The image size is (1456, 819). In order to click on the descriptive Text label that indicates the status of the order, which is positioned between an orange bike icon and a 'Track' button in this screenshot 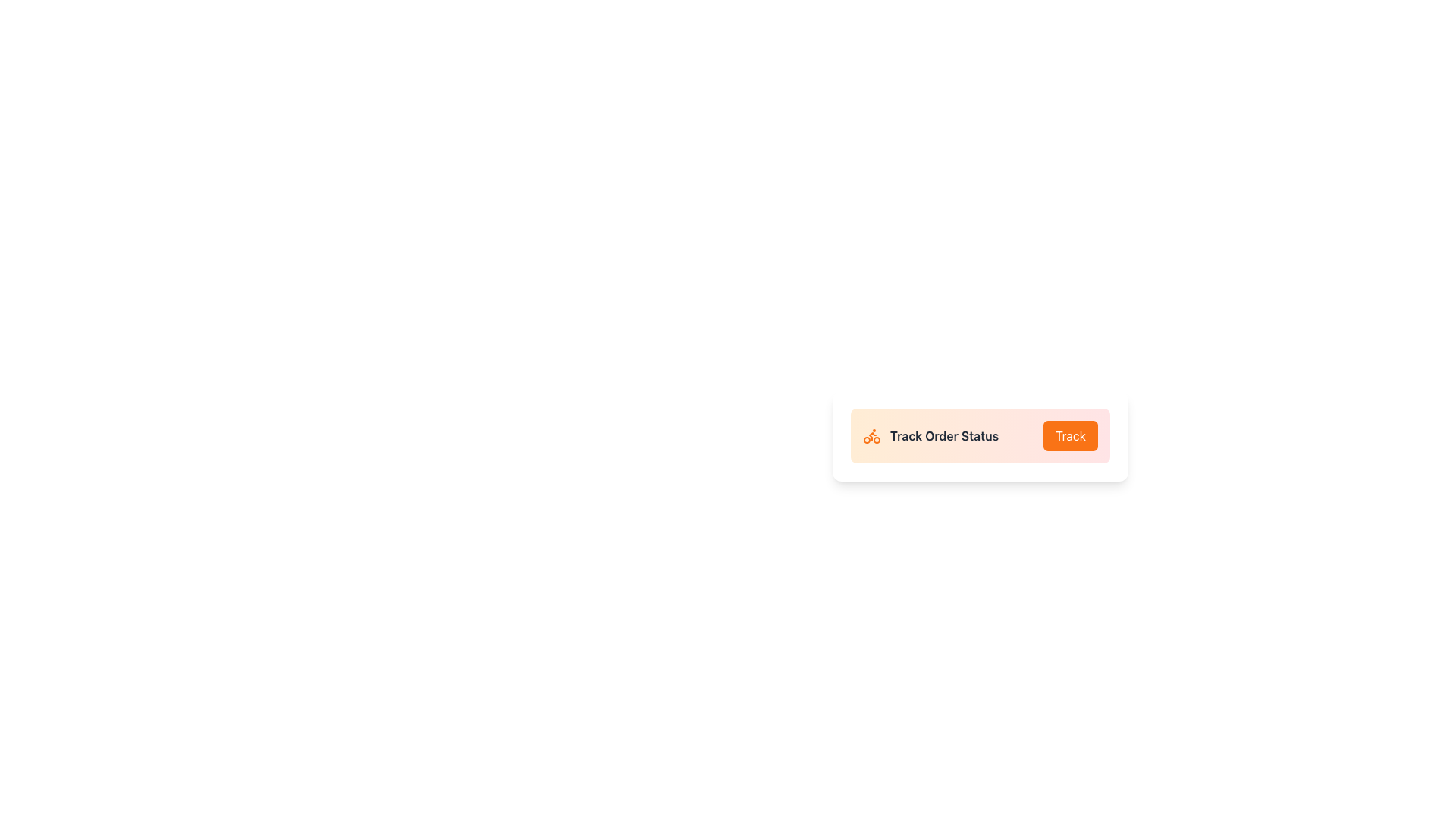, I will do `click(943, 435)`.